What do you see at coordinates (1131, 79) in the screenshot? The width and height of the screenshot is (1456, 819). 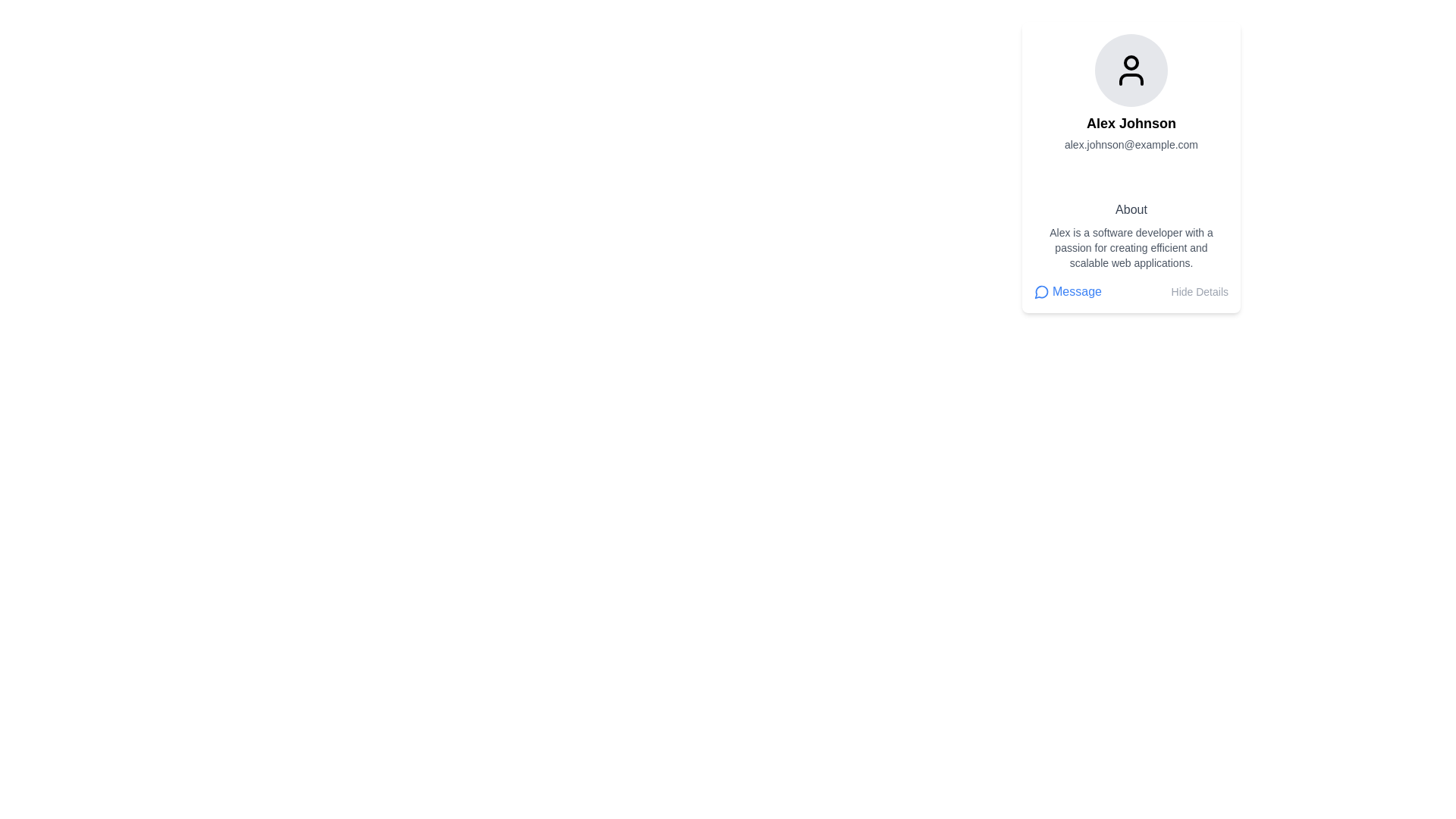 I see `the curved line resembling the lower half of a user icon's body, part of an outlined avatar illustration, located at the center of the profile card` at bounding box center [1131, 79].